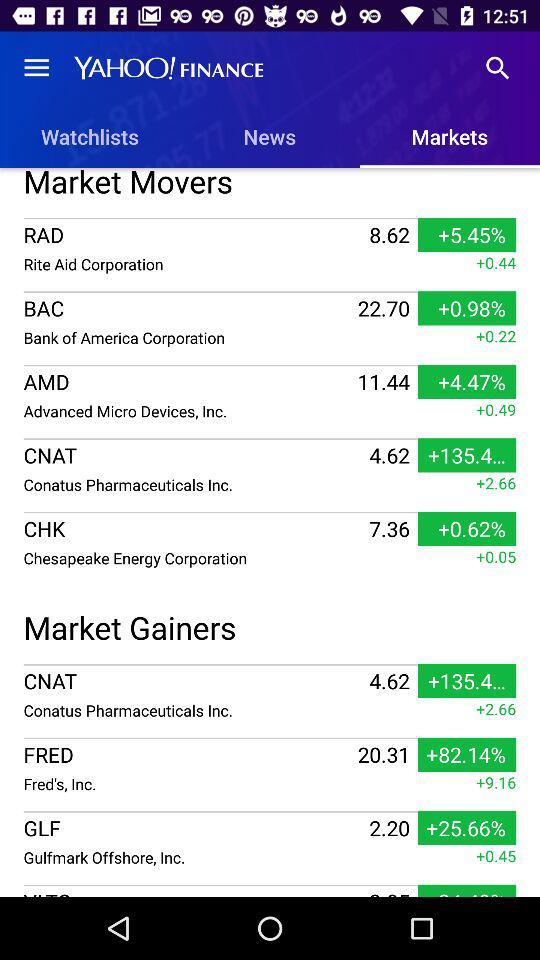  What do you see at coordinates (188, 783) in the screenshot?
I see `the icon next to 20.31 icon` at bounding box center [188, 783].